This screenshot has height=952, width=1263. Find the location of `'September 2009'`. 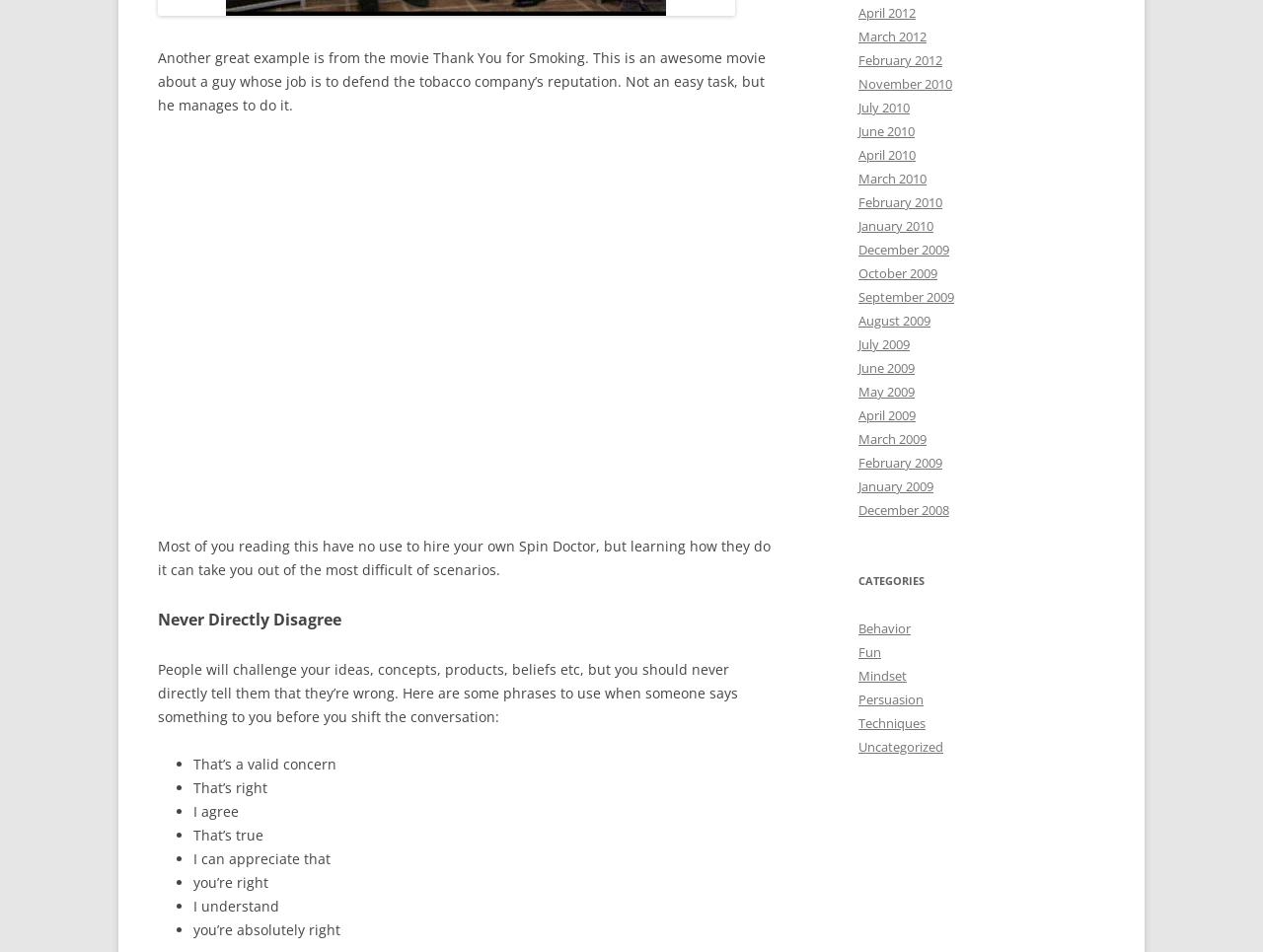

'September 2009' is located at coordinates (905, 295).